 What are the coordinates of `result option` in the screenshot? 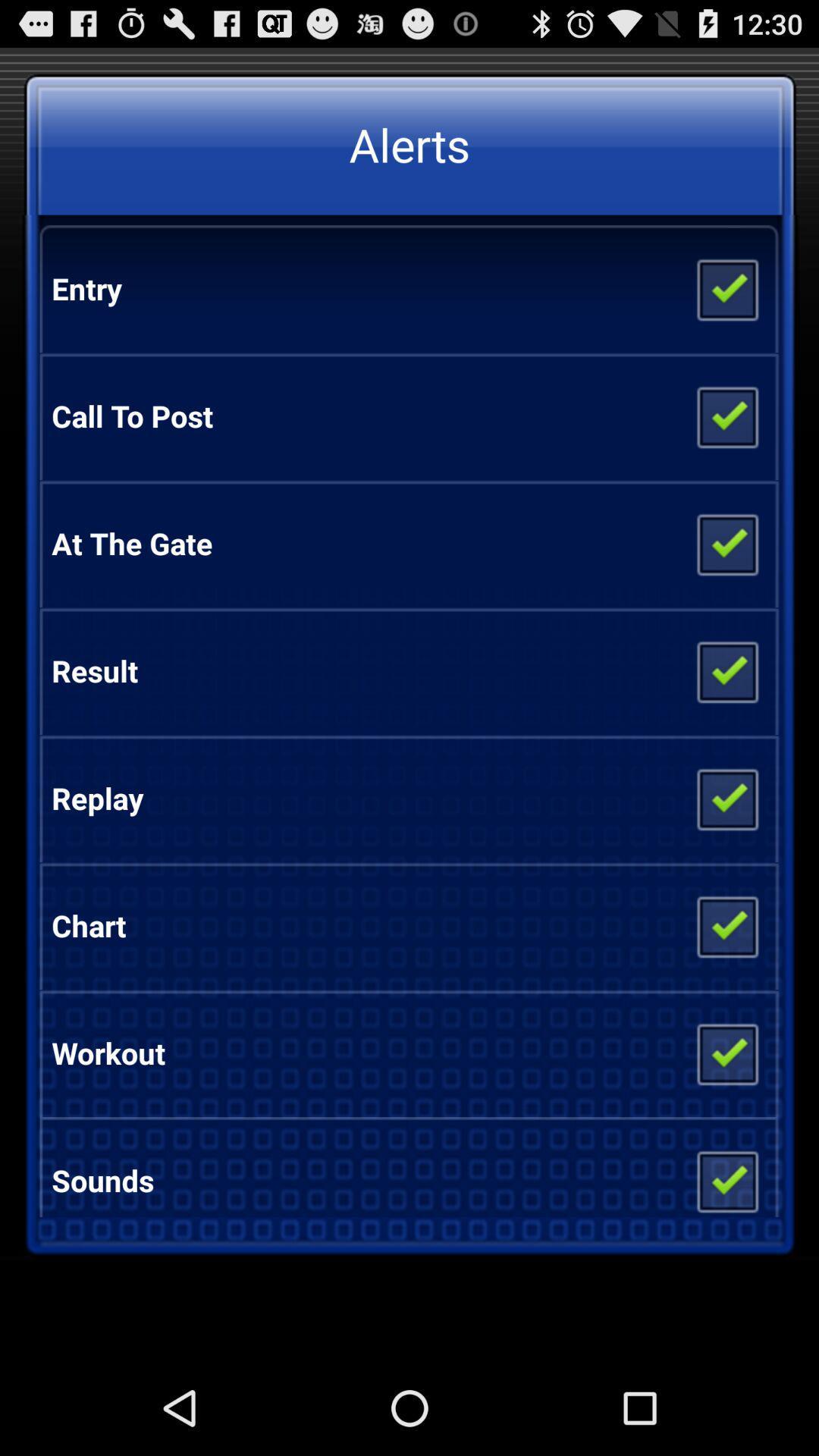 It's located at (726, 670).